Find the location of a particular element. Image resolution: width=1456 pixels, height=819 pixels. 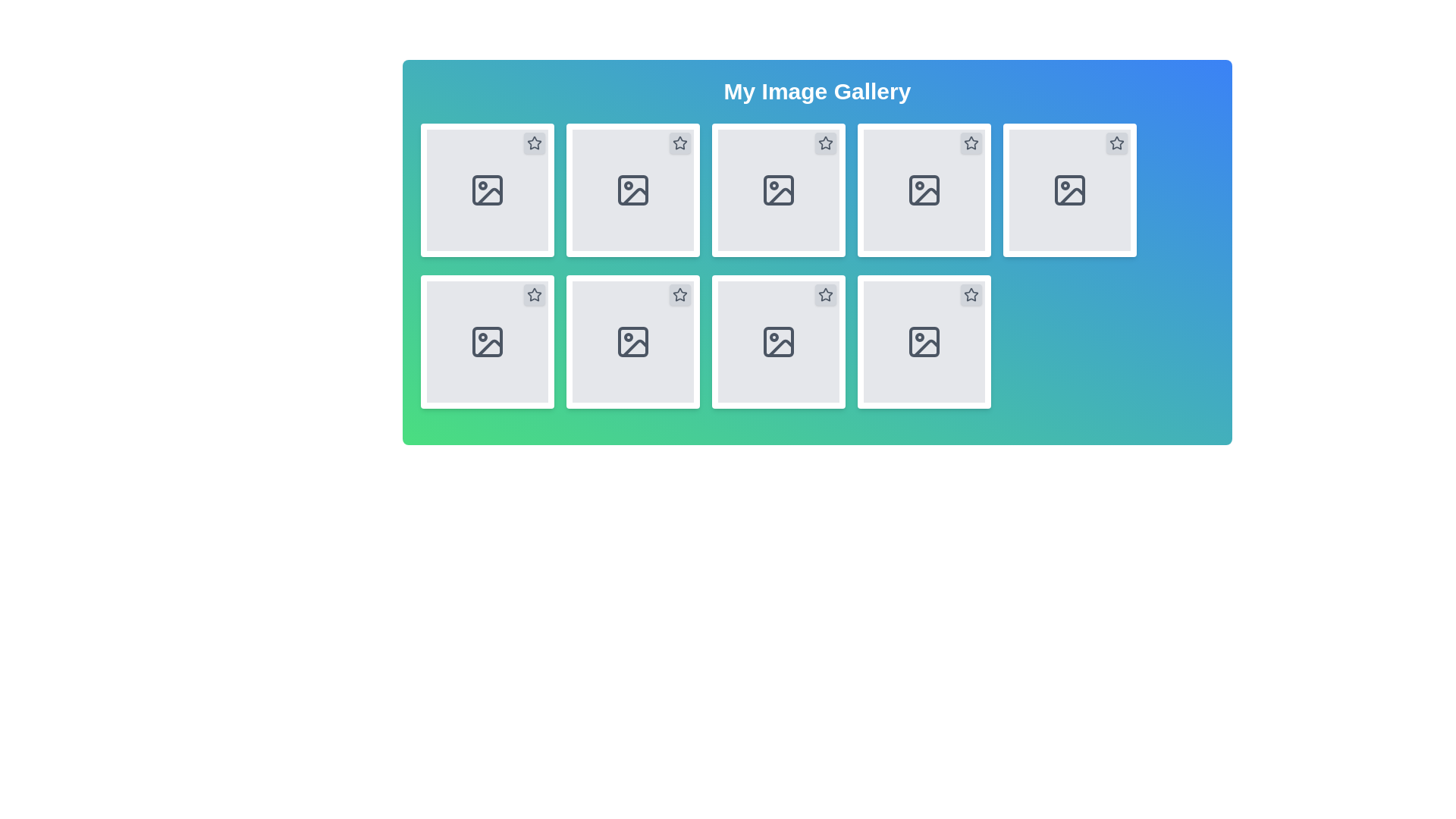

the interactive star icon located in the top-right corner of the bottom-right card in the image gallery to observe the visual effect that indicates the item's favorited status is located at coordinates (971, 295).